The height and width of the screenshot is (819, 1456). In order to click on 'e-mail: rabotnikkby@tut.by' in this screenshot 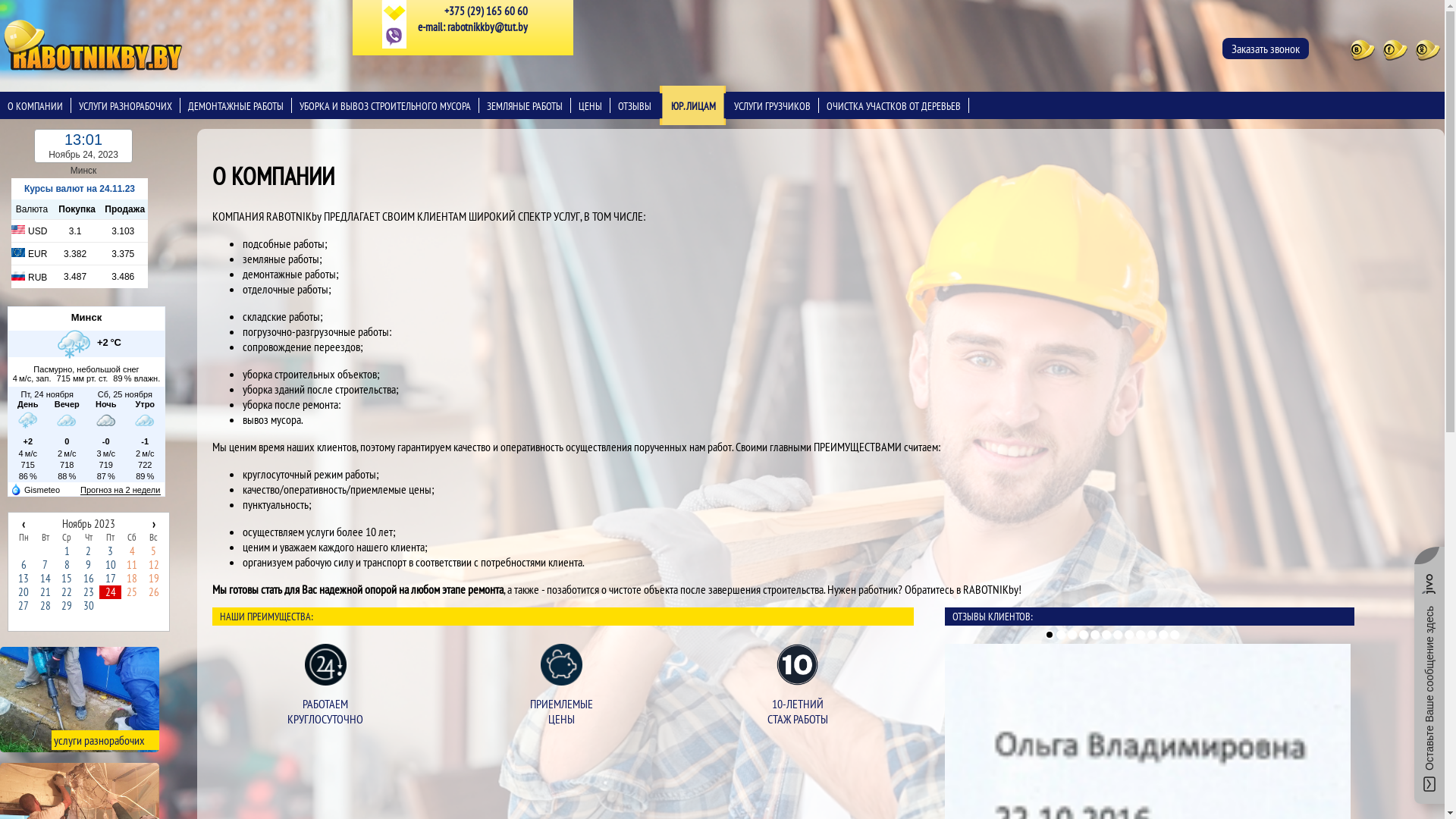, I will do `click(472, 27)`.